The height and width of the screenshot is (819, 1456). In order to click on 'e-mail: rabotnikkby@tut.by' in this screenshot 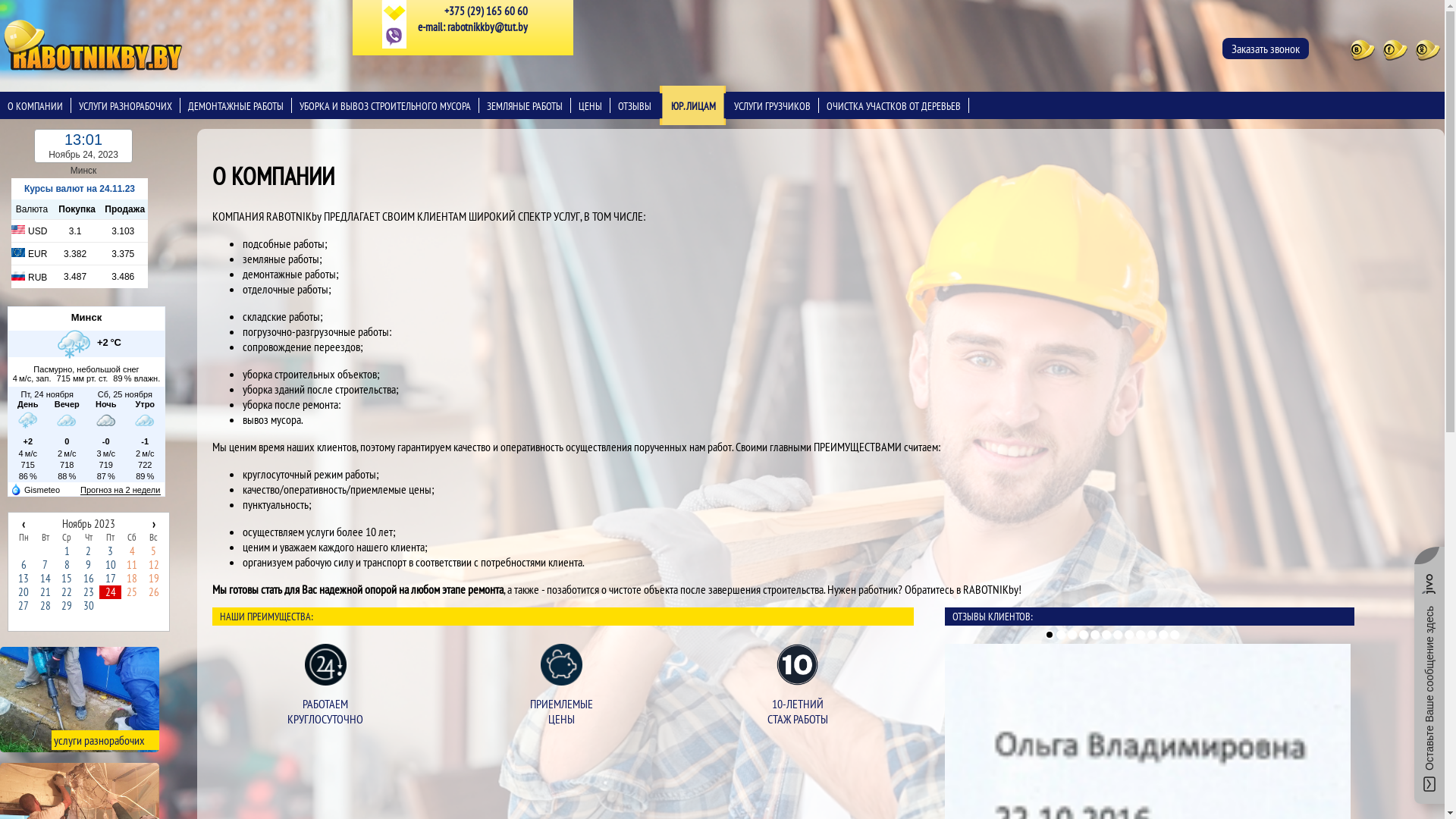, I will do `click(472, 27)`.